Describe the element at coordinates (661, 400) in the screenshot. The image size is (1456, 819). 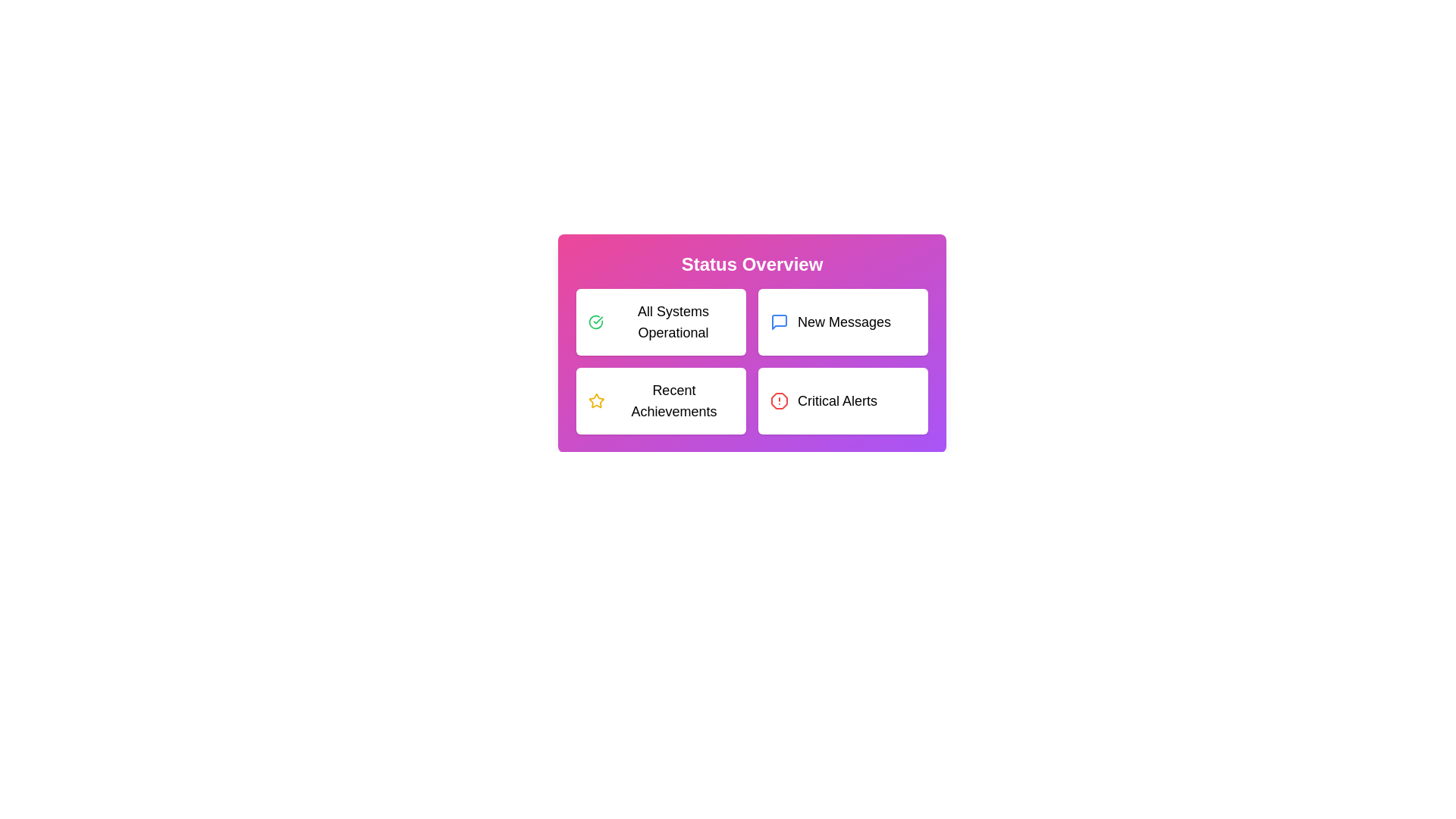
I see `the 'Recent Achievements' Display card located in the bottom-left position of the 'Status Overview' section` at that location.